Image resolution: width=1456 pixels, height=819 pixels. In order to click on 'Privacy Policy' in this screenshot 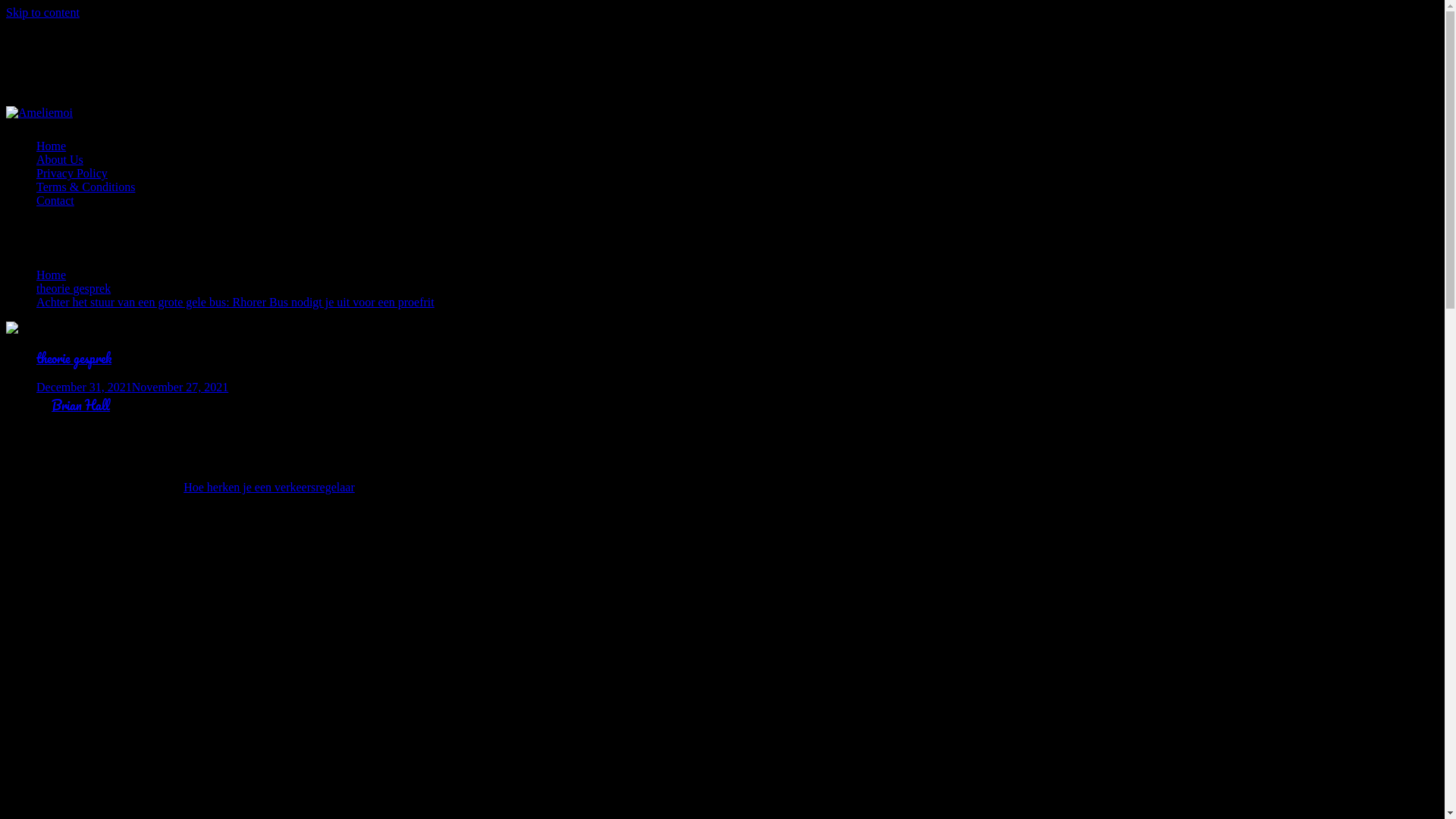, I will do `click(71, 172)`.